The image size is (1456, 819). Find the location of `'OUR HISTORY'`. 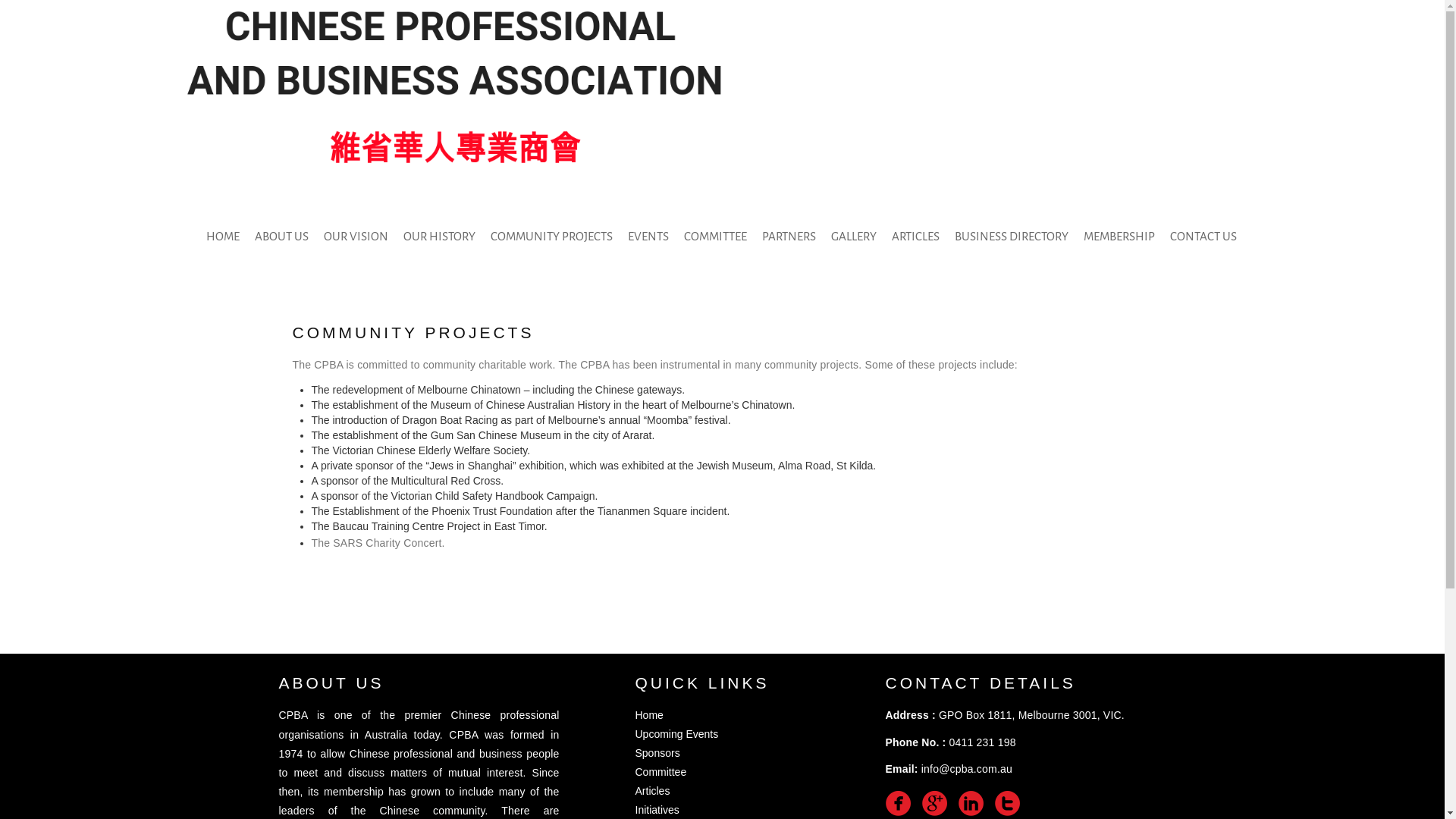

'OUR HISTORY' is located at coordinates (438, 237).